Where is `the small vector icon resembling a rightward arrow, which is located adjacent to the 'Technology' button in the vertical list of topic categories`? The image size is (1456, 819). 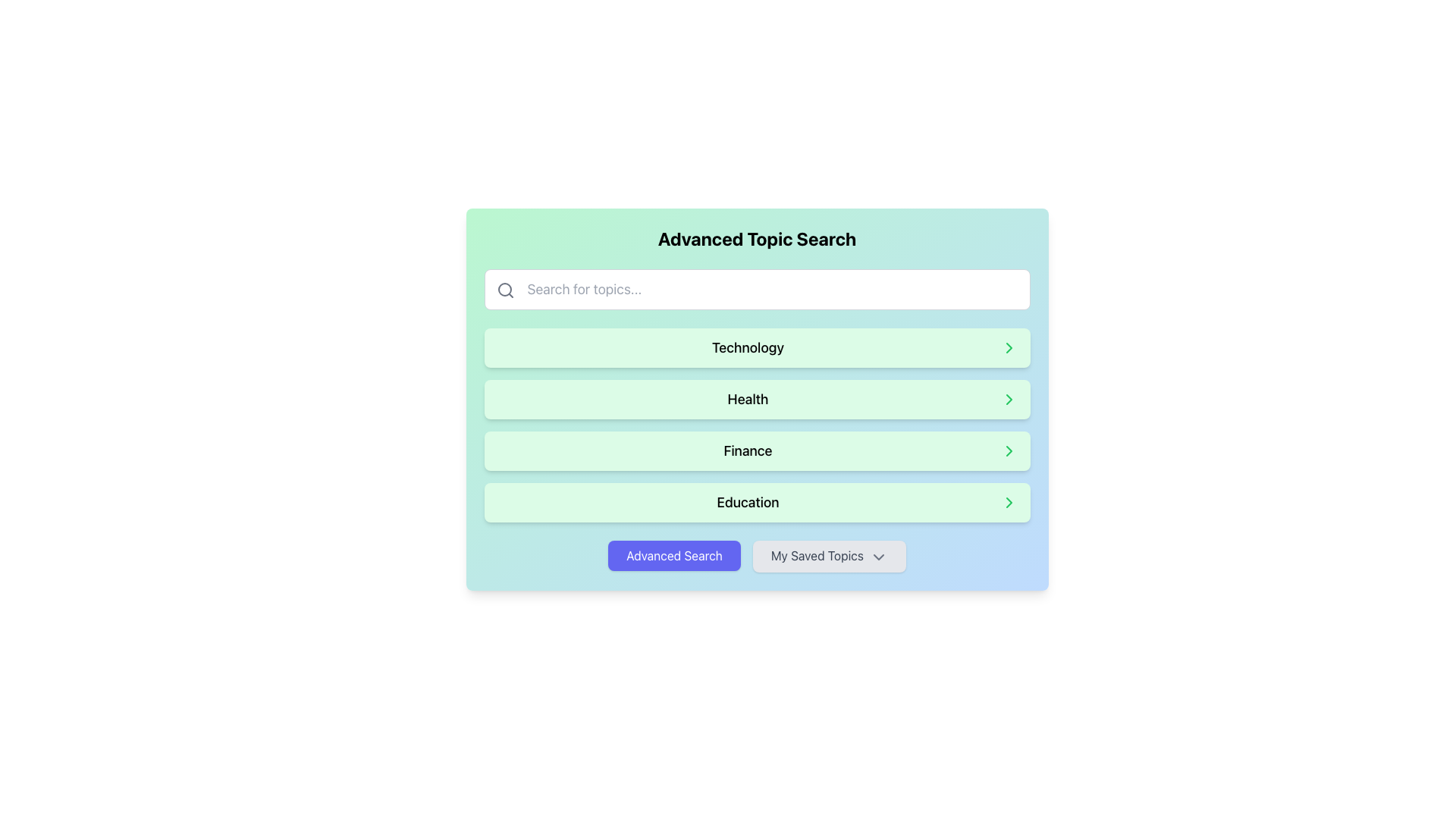
the small vector icon resembling a rightward arrow, which is located adjacent to the 'Technology' button in the vertical list of topic categories is located at coordinates (1009, 348).